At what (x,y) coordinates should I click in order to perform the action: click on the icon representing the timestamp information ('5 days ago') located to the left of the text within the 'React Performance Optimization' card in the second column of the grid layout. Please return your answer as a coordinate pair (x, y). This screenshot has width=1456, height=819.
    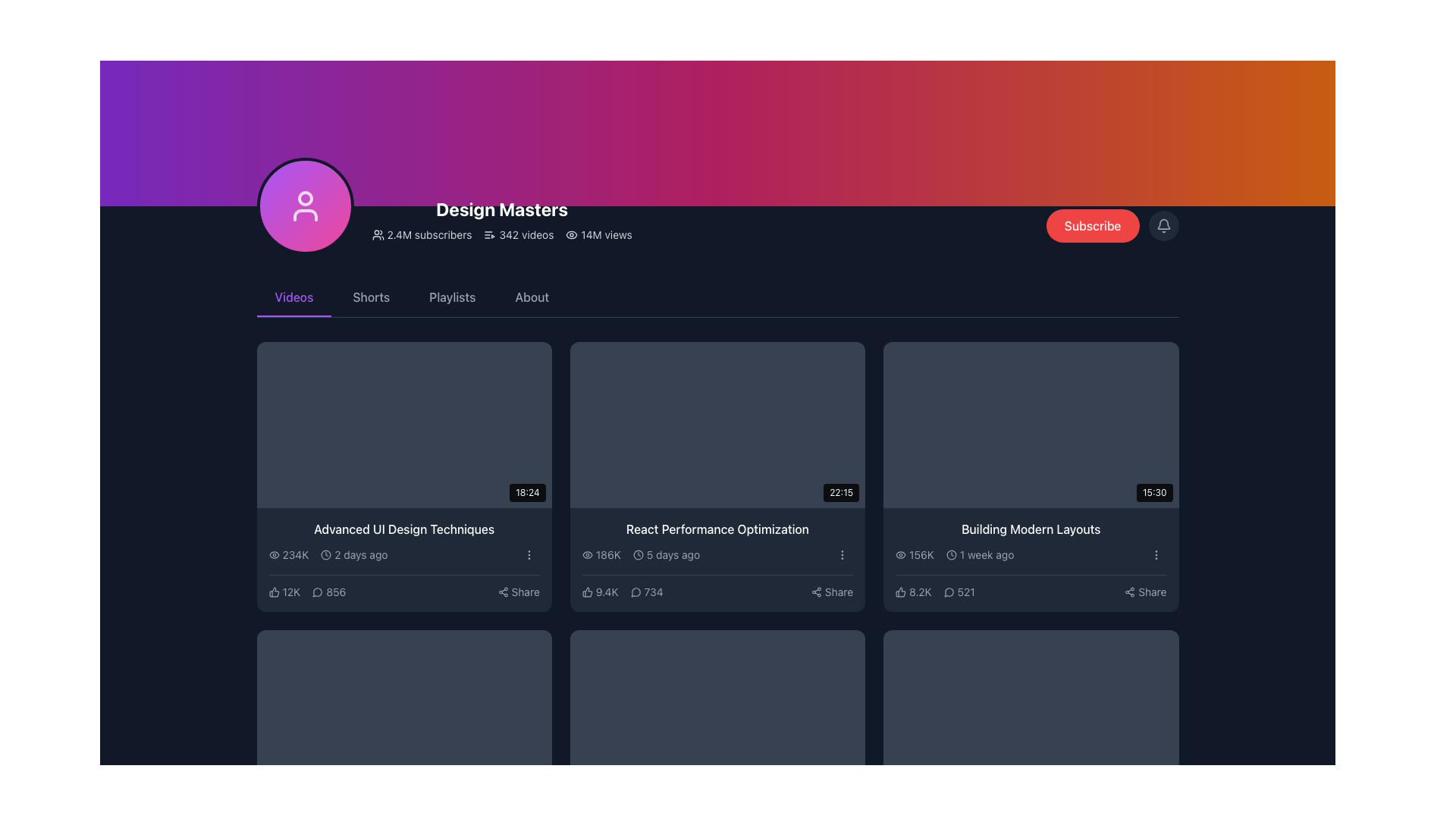
    Looking at the image, I should click on (638, 555).